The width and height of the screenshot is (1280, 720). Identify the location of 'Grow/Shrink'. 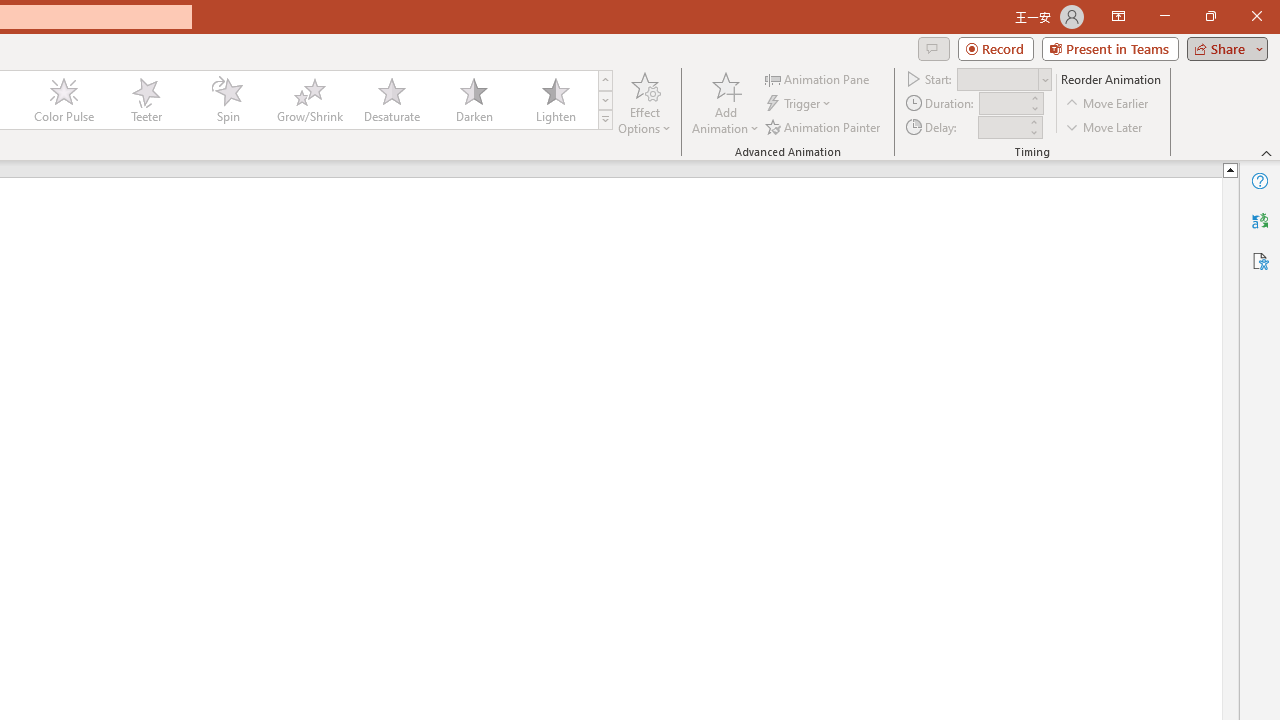
(308, 100).